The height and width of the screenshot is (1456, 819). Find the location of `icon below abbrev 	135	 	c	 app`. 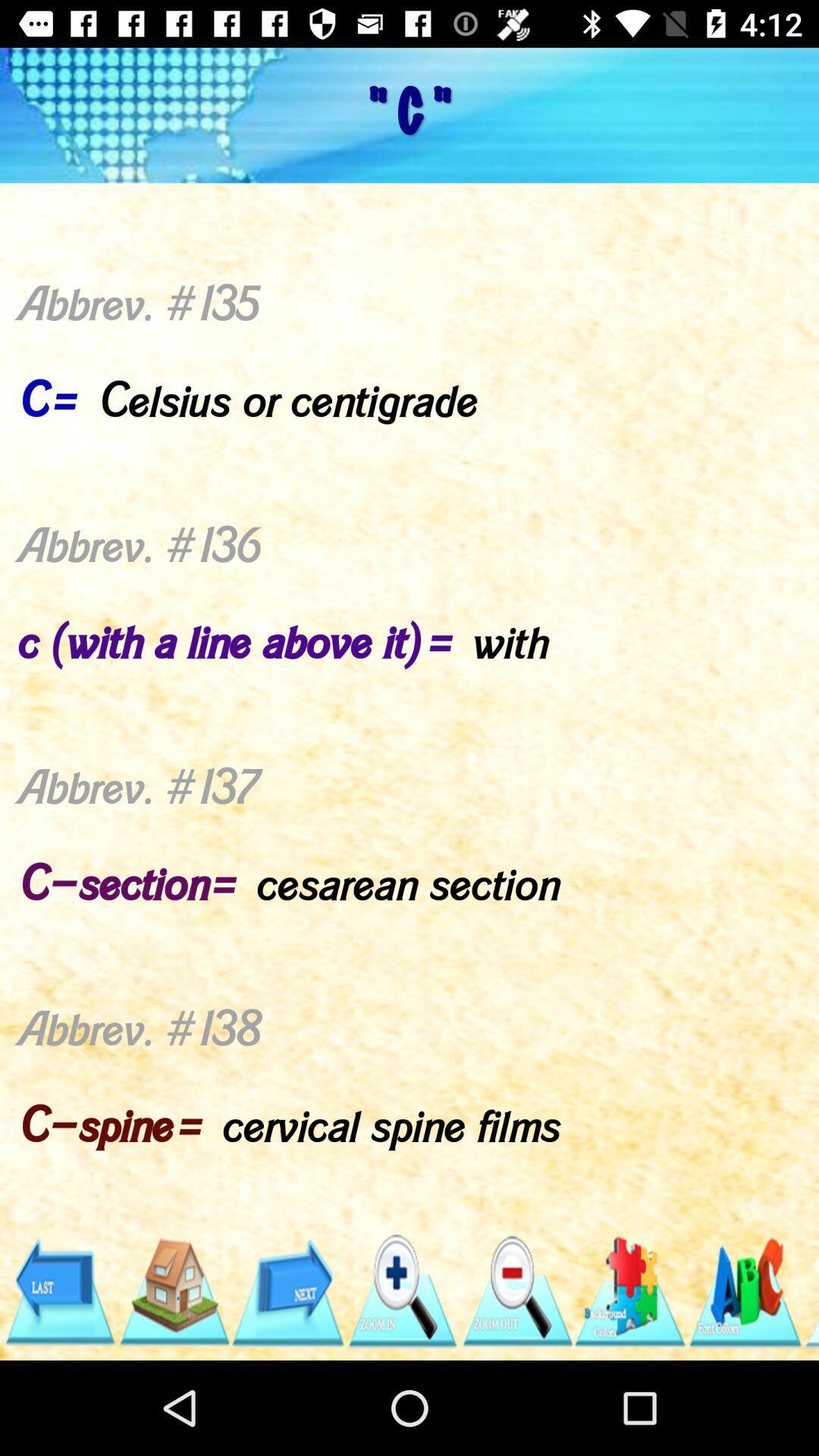

icon below abbrev 	135	 	c	 app is located at coordinates (631, 1291).